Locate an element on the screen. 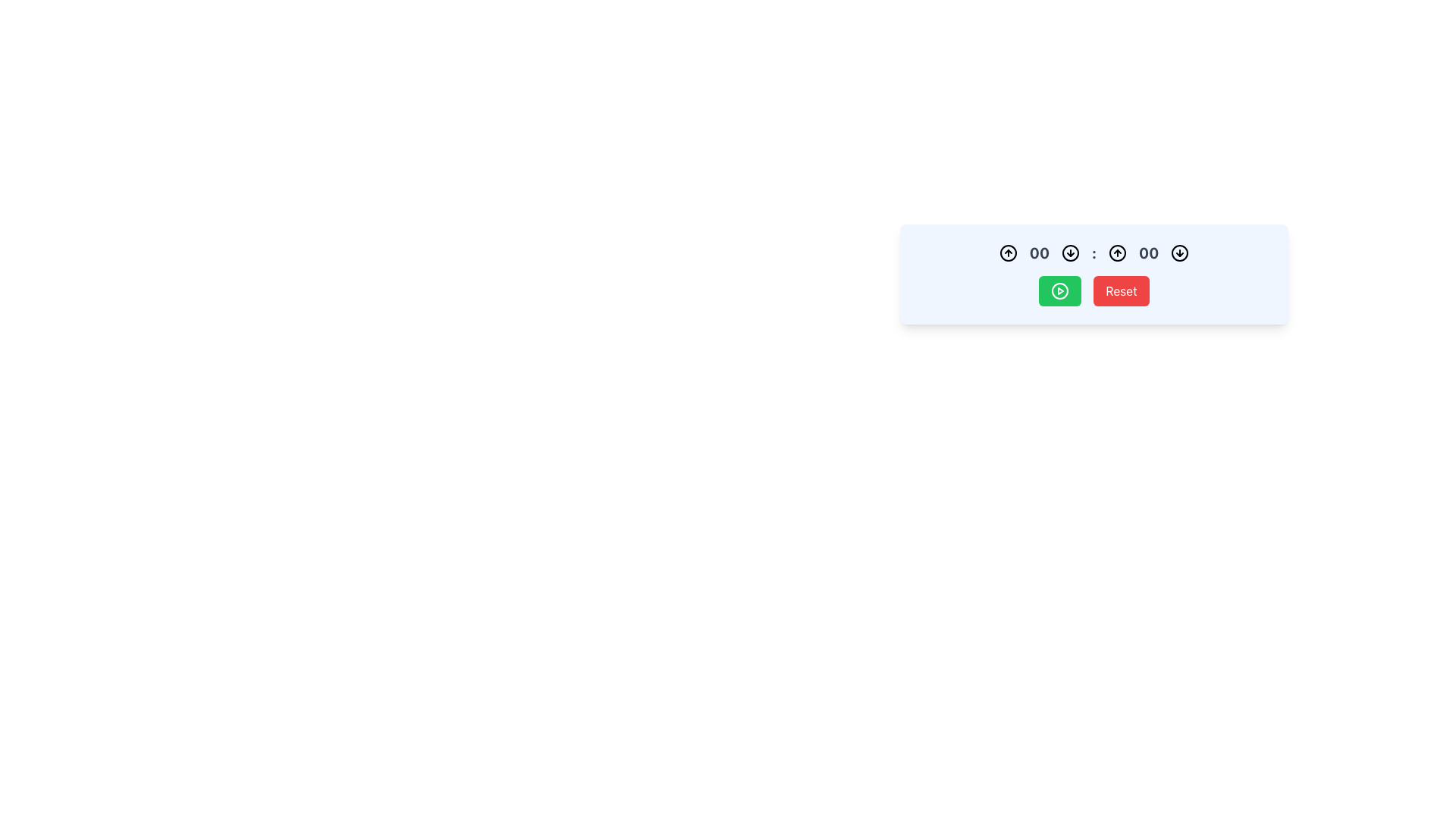  properties of the Circular graphic (SVG element) located at the center of an icon group that includes arrows and a circular boundary is located at coordinates (1069, 253).